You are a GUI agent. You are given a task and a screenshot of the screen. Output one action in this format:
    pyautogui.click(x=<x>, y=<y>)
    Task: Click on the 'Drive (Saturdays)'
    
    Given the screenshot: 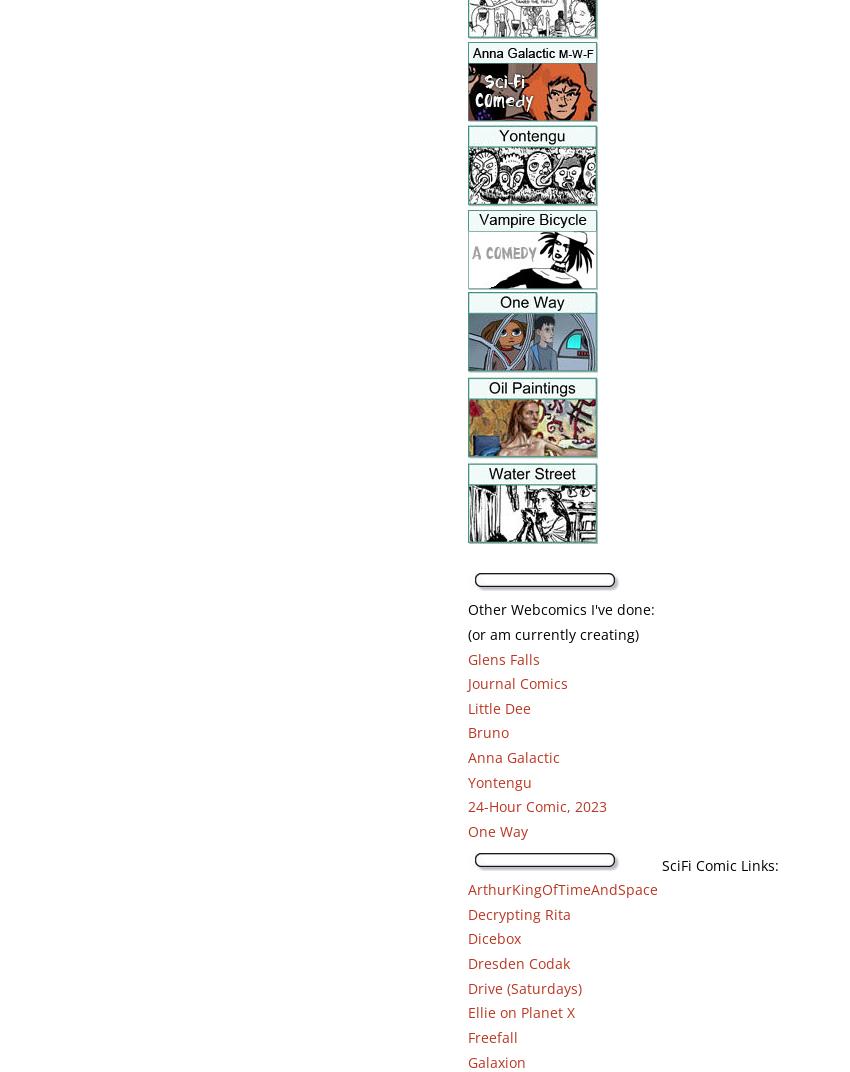 What is the action you would take?
    pyautogui.click(x=523, y=986)
    